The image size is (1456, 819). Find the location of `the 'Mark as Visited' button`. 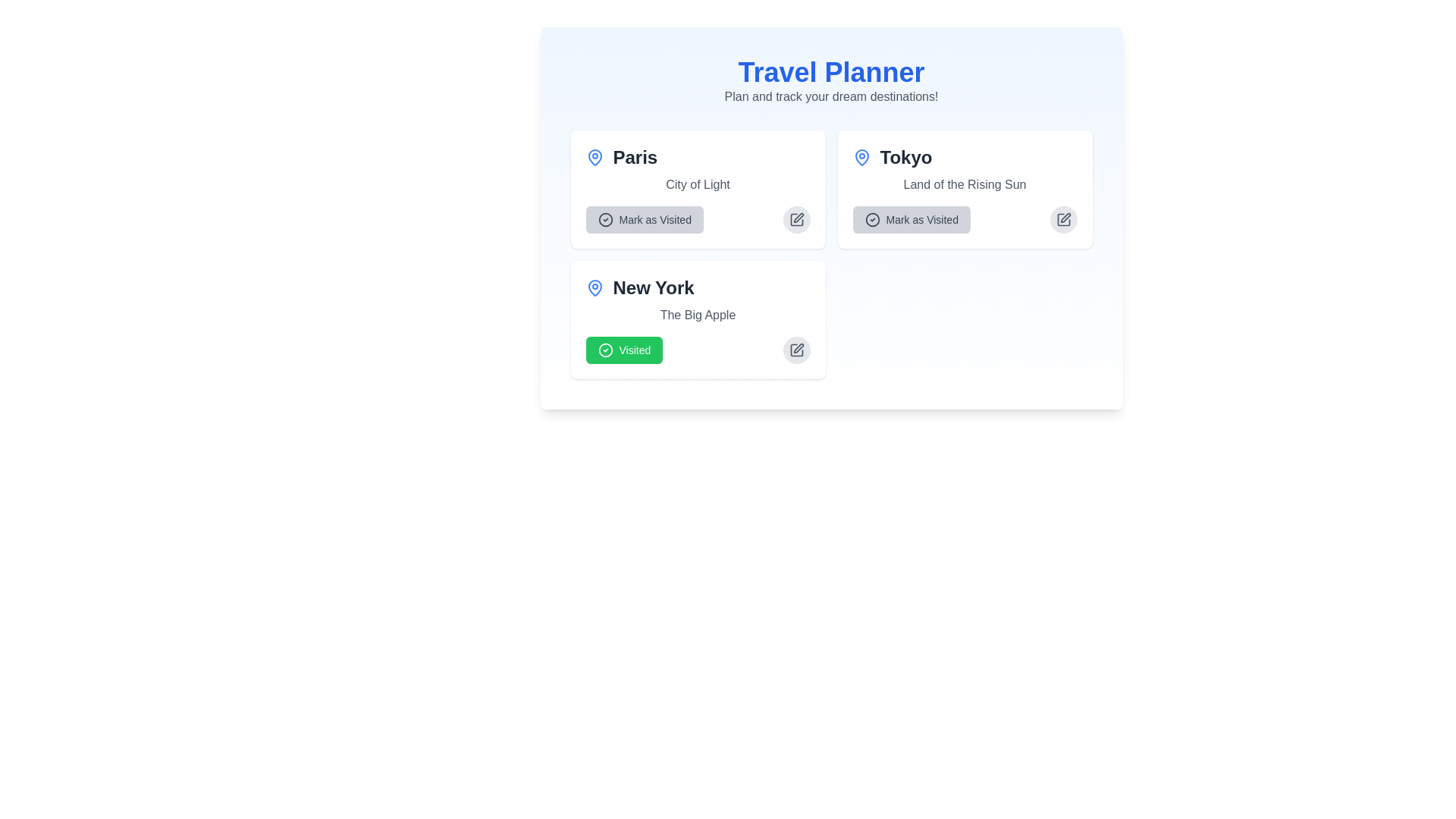

the 'Mark as Visited' button is located at coordinates (655, 219).